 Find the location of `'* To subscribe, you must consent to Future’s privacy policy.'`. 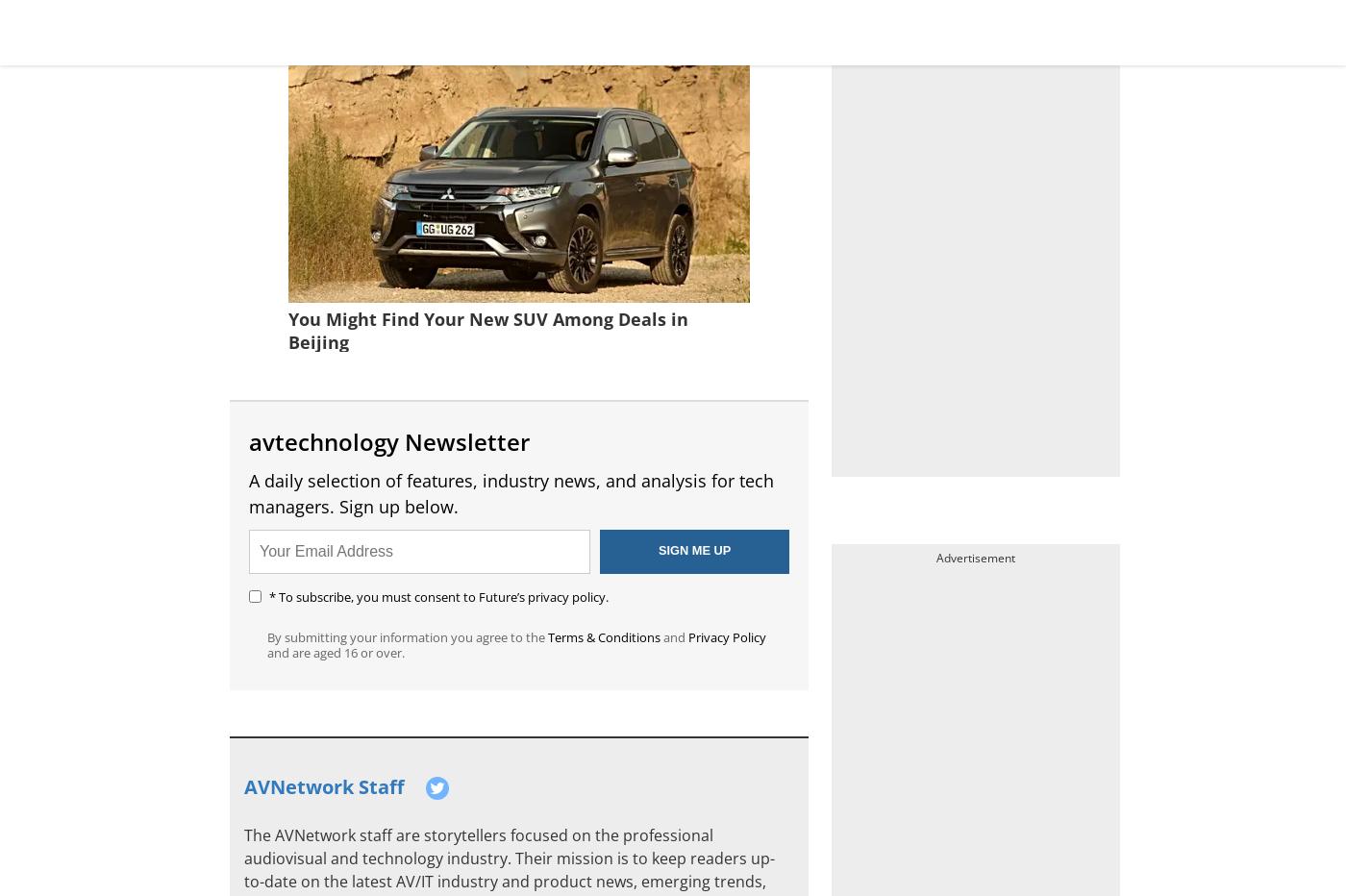

'* To subscribe, you must consent to Future’s privacy policy.' is located at coordinates (269, 594).